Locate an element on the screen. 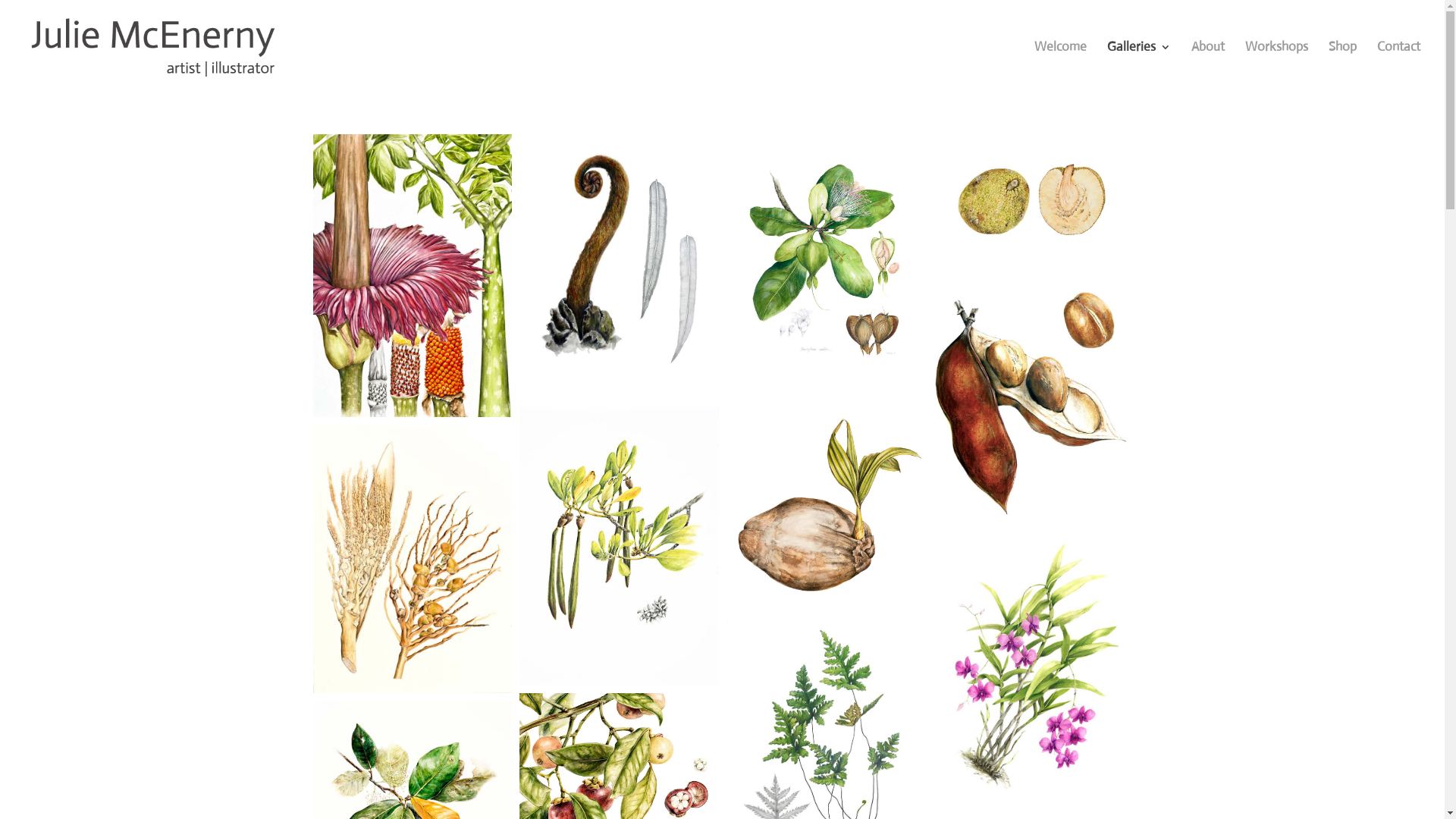  'Galleries' is located at coordinates (1139, 67).